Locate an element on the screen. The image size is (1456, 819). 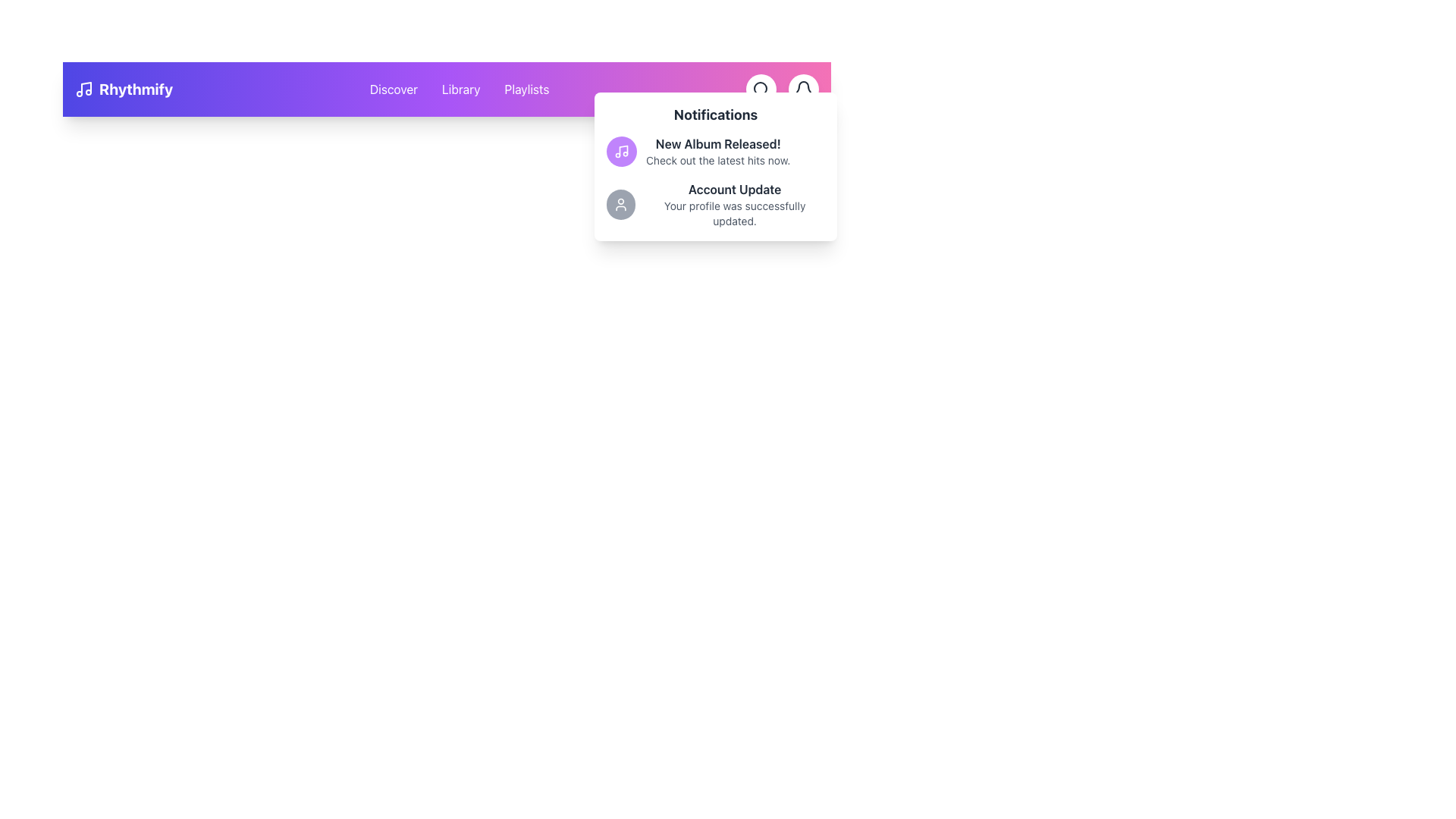
the vertical line segment of the music note icon located in the upper-left corner adjacent to the 'Rhythmify' text is located at coordinates (86, 88).